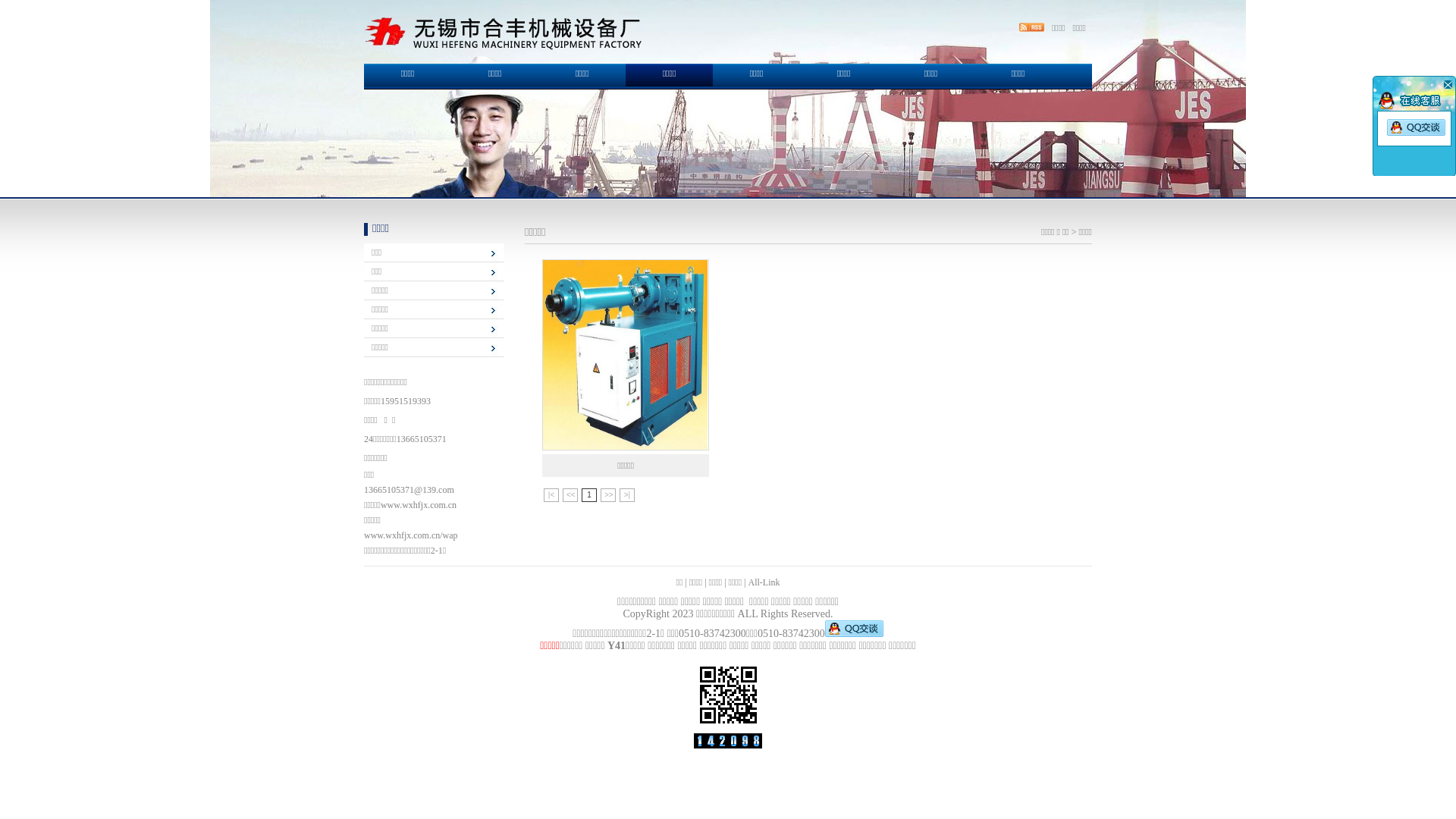 The width and height of the screenshot is (1456, 819). Describe the element at coordinates (607, 494) in the screenshot. I see `'>>'` at that location.